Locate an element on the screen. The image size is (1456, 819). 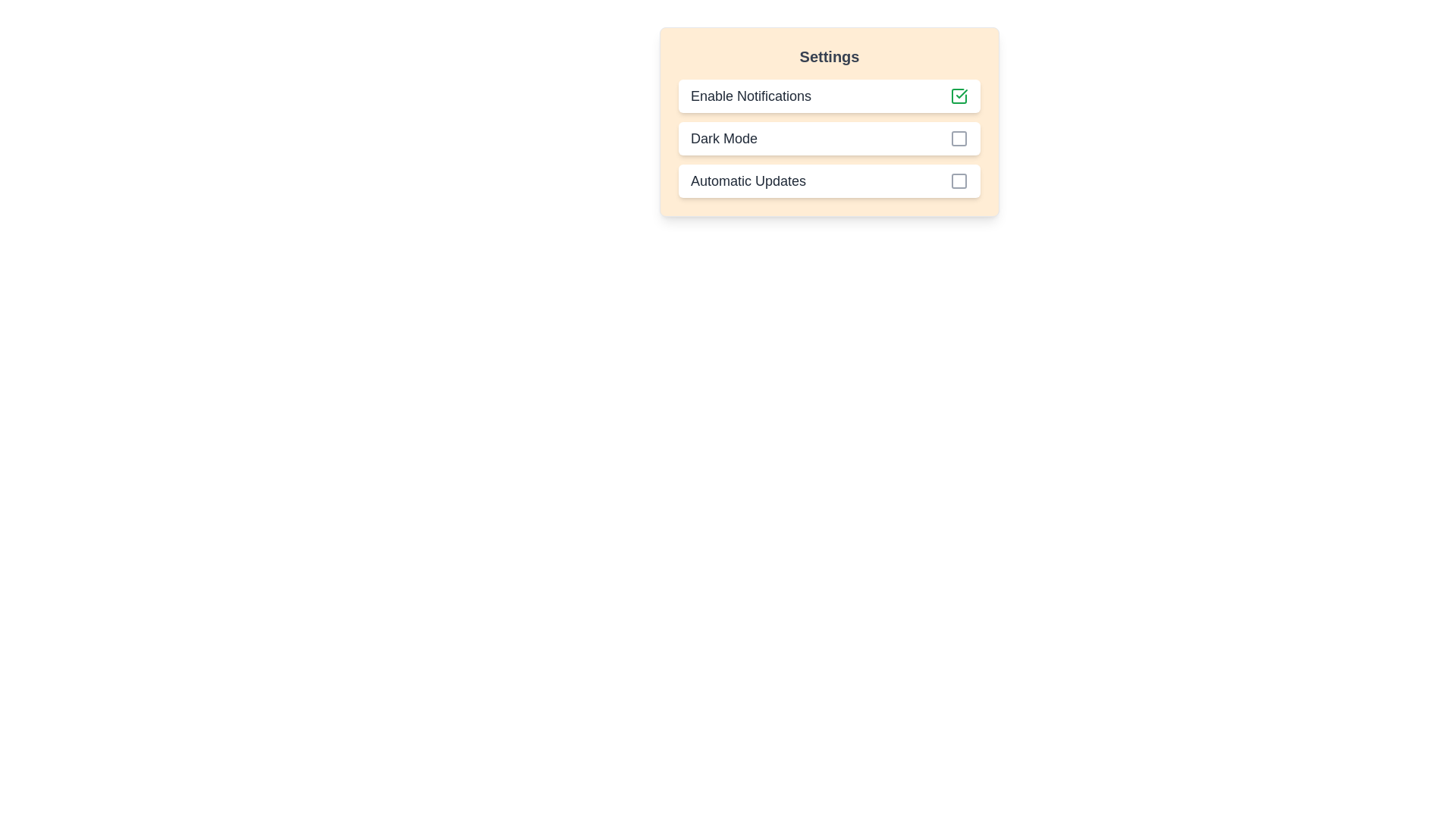
the unselected checkbox icon for 'Automatic Updates' is located at coordinates (959, 180).